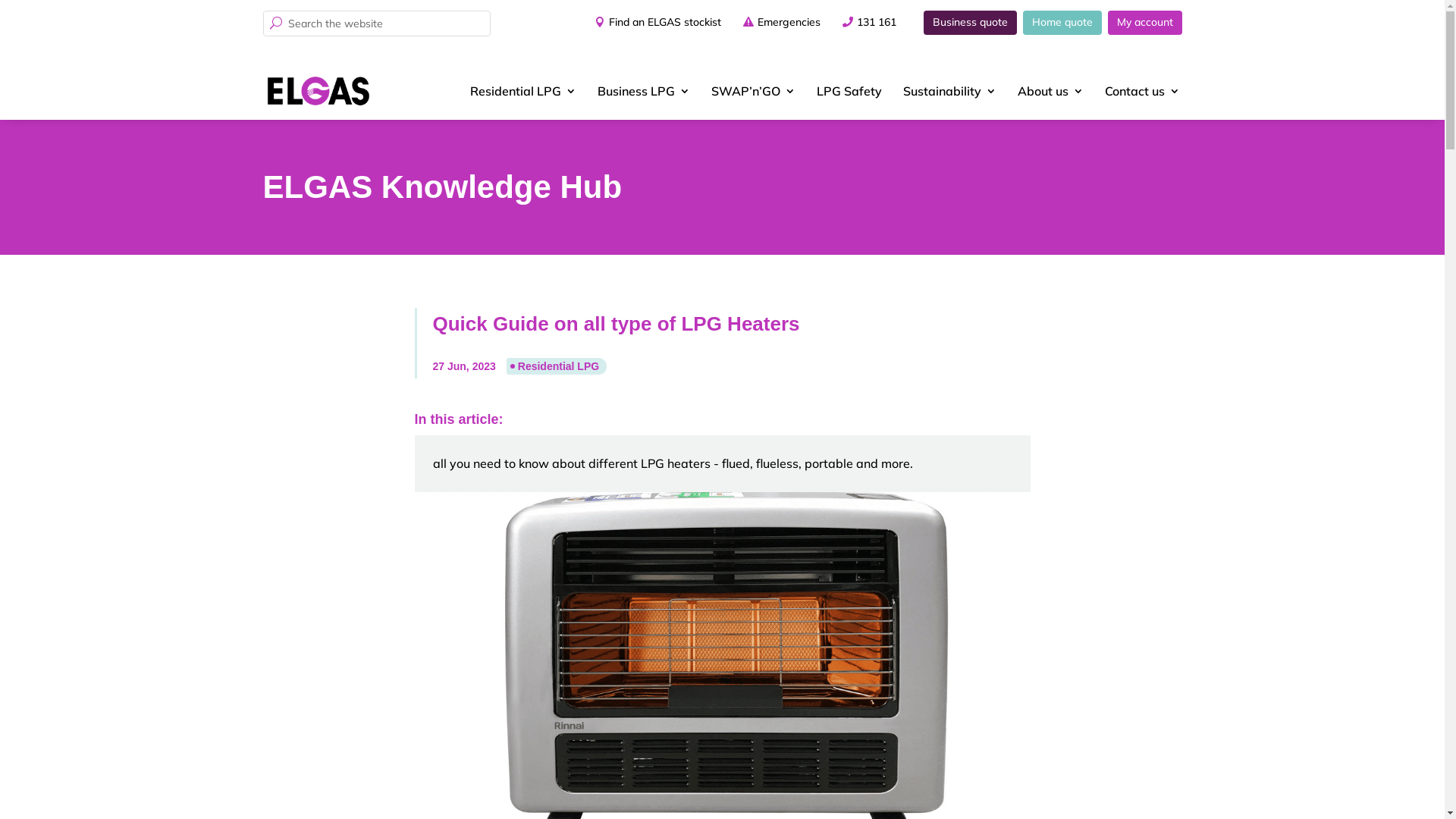 The image size is (1456, 819). I want to click on 'Find an ELGAS stockist', so click(652, 23).